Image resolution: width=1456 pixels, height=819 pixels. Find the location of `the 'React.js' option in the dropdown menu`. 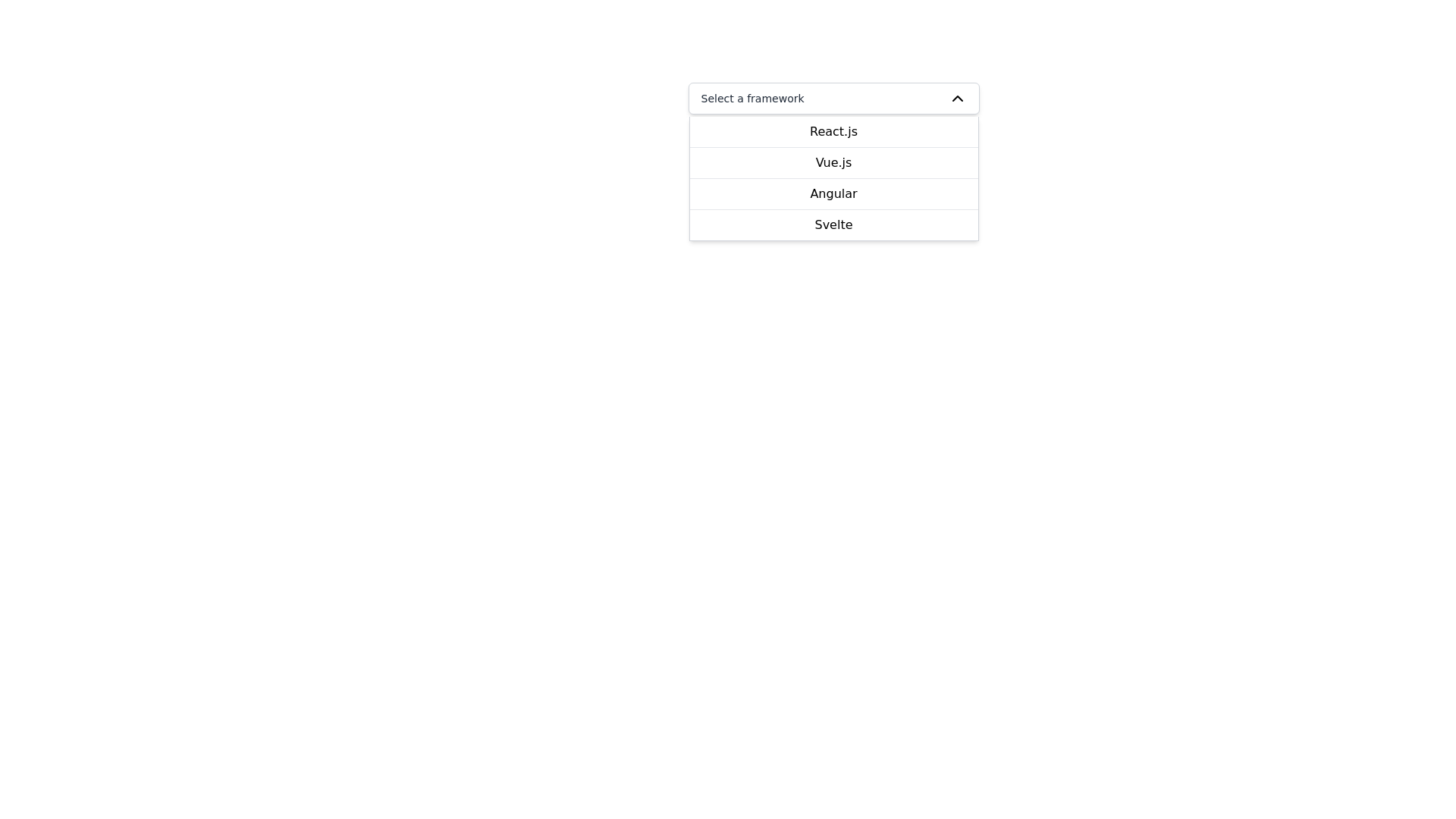

the 'React.js' option in the dropdown menu is located at coordinates (833, 130).